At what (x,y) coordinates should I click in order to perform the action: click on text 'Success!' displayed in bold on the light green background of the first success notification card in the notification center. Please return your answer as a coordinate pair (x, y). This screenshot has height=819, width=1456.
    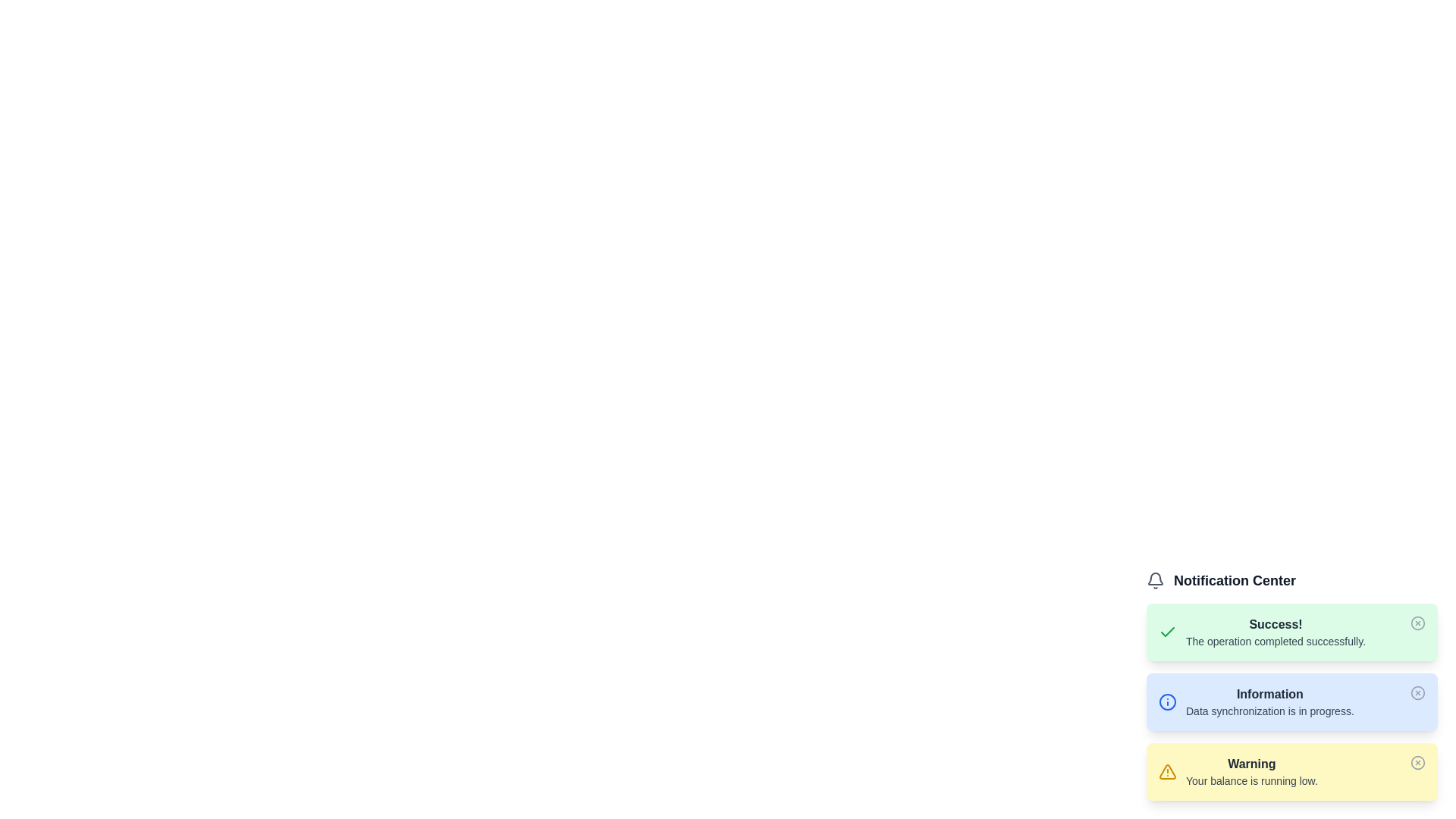
    Looking at the image, I should click on (1275, 625).